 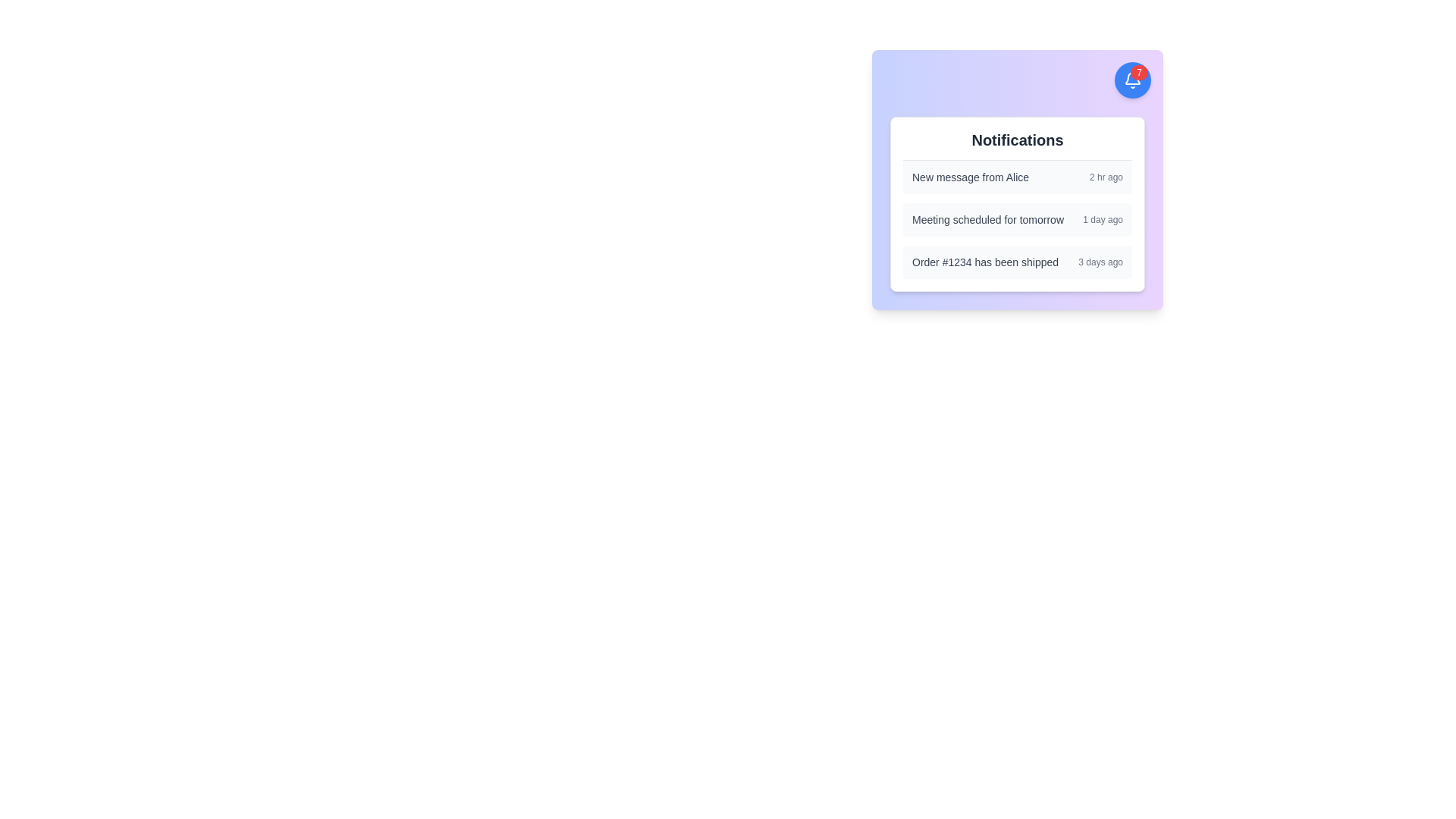 I want to click on the second notification item that contains the text 'Meeting scheduled for tomorrow' and has a light gray background, so click(x=1018, y=219).